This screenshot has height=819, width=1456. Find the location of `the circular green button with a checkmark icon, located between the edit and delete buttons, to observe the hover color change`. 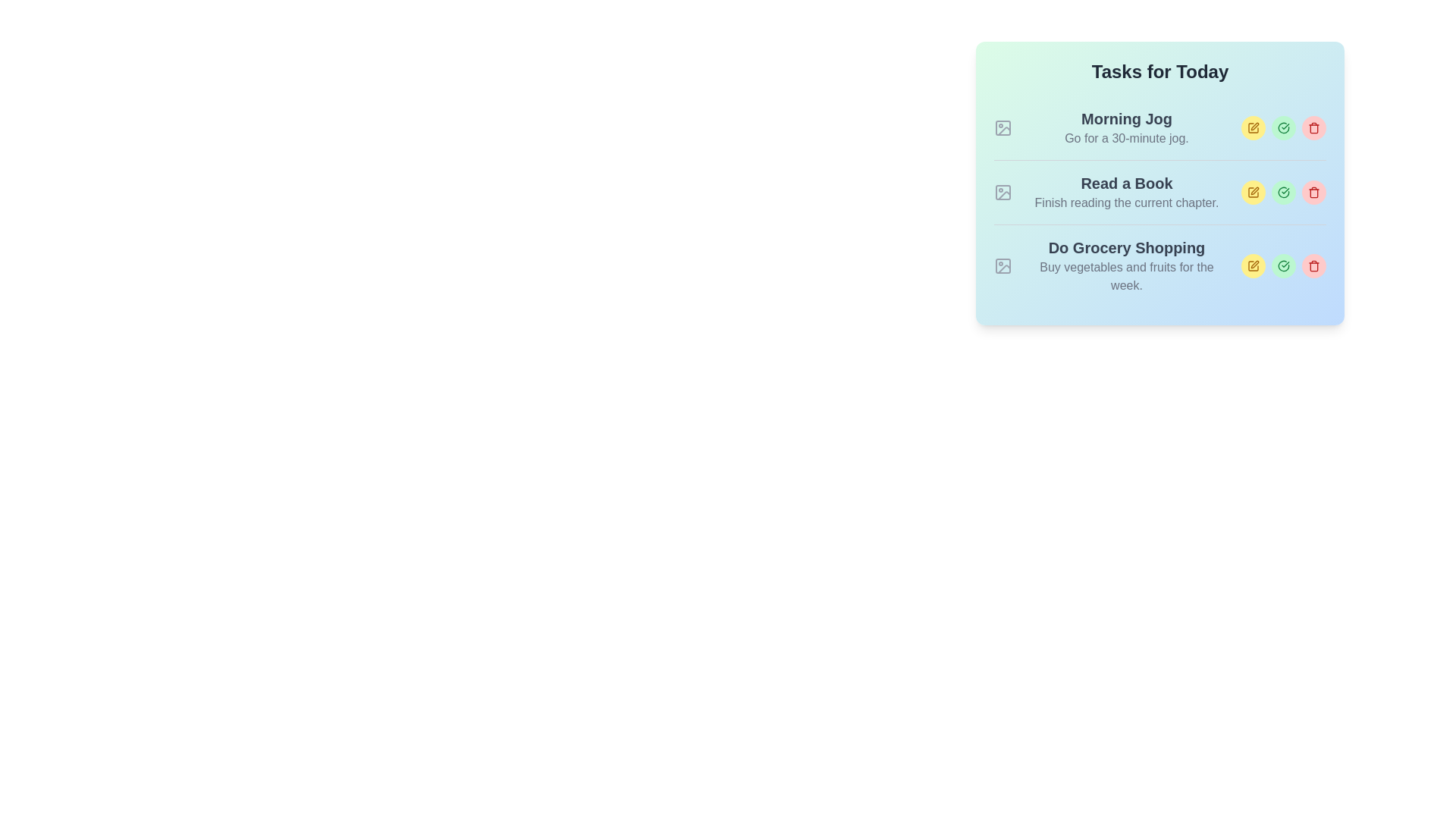

the circular green button with a checkmark icon, located between the edit and delete buttons, to observe the hover color change is located at coordinates (1283, 192).